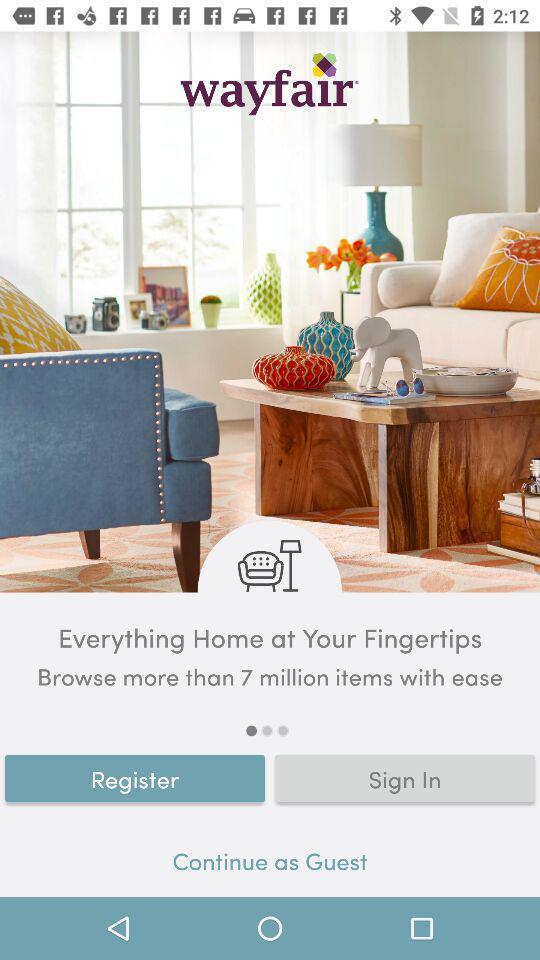  What do you see at coordinates (135, 777) in the screenshot?
I see `the register item` at bounding box center [135, 777].